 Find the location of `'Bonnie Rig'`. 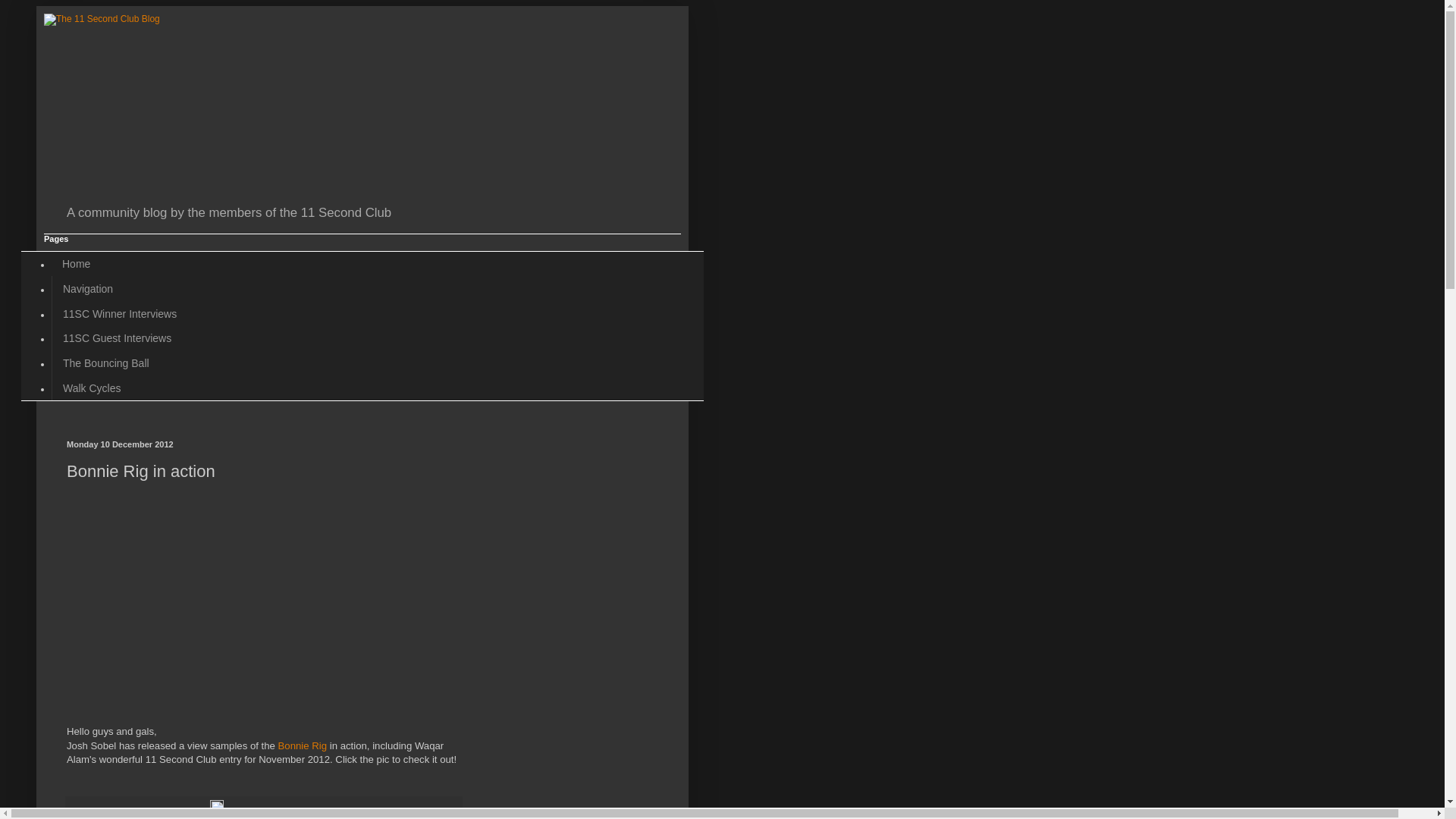

'Bonnie Rig' is located at coordinates (303, 745).